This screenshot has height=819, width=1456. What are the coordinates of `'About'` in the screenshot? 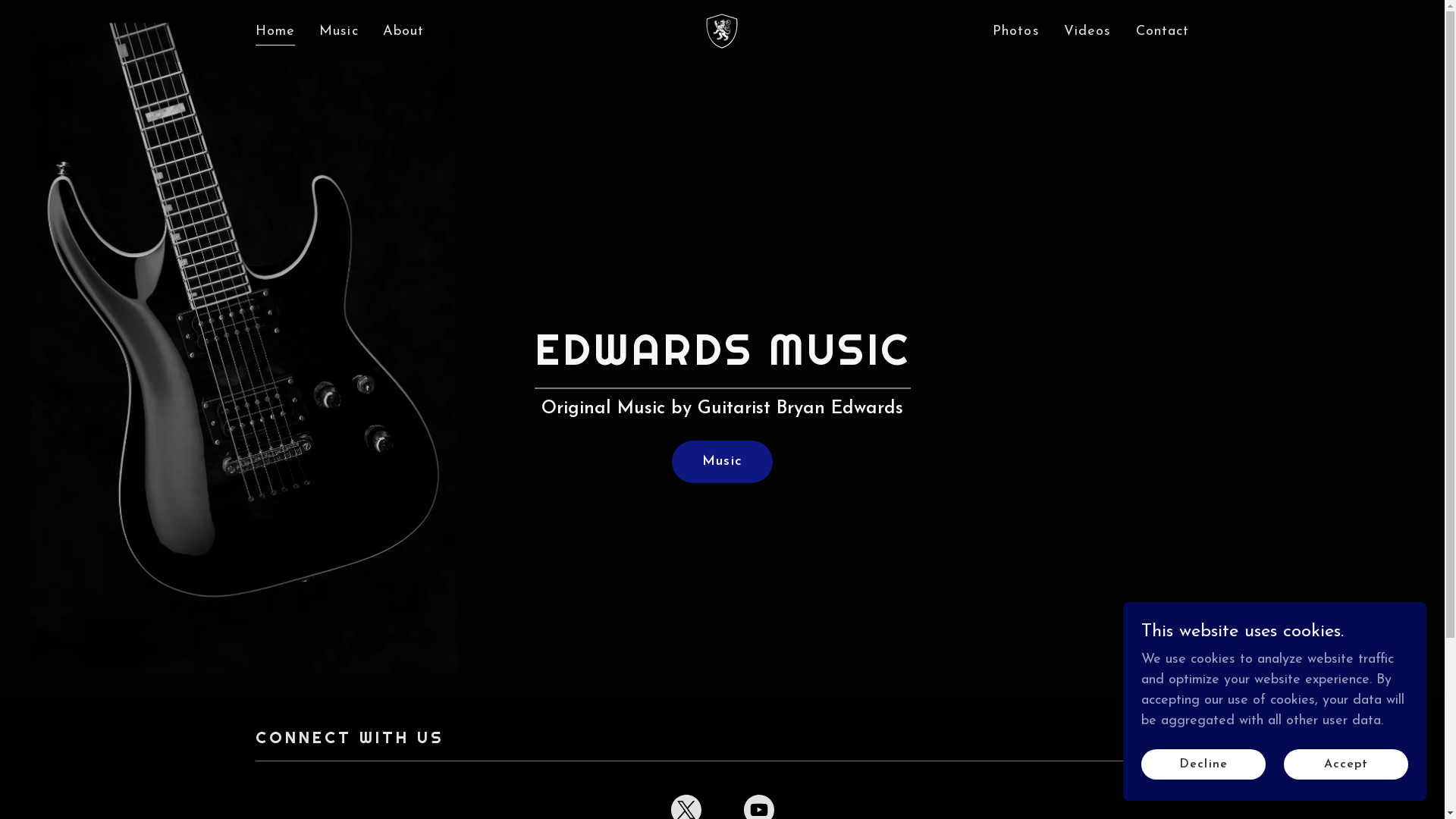 It's located at (403, 31).